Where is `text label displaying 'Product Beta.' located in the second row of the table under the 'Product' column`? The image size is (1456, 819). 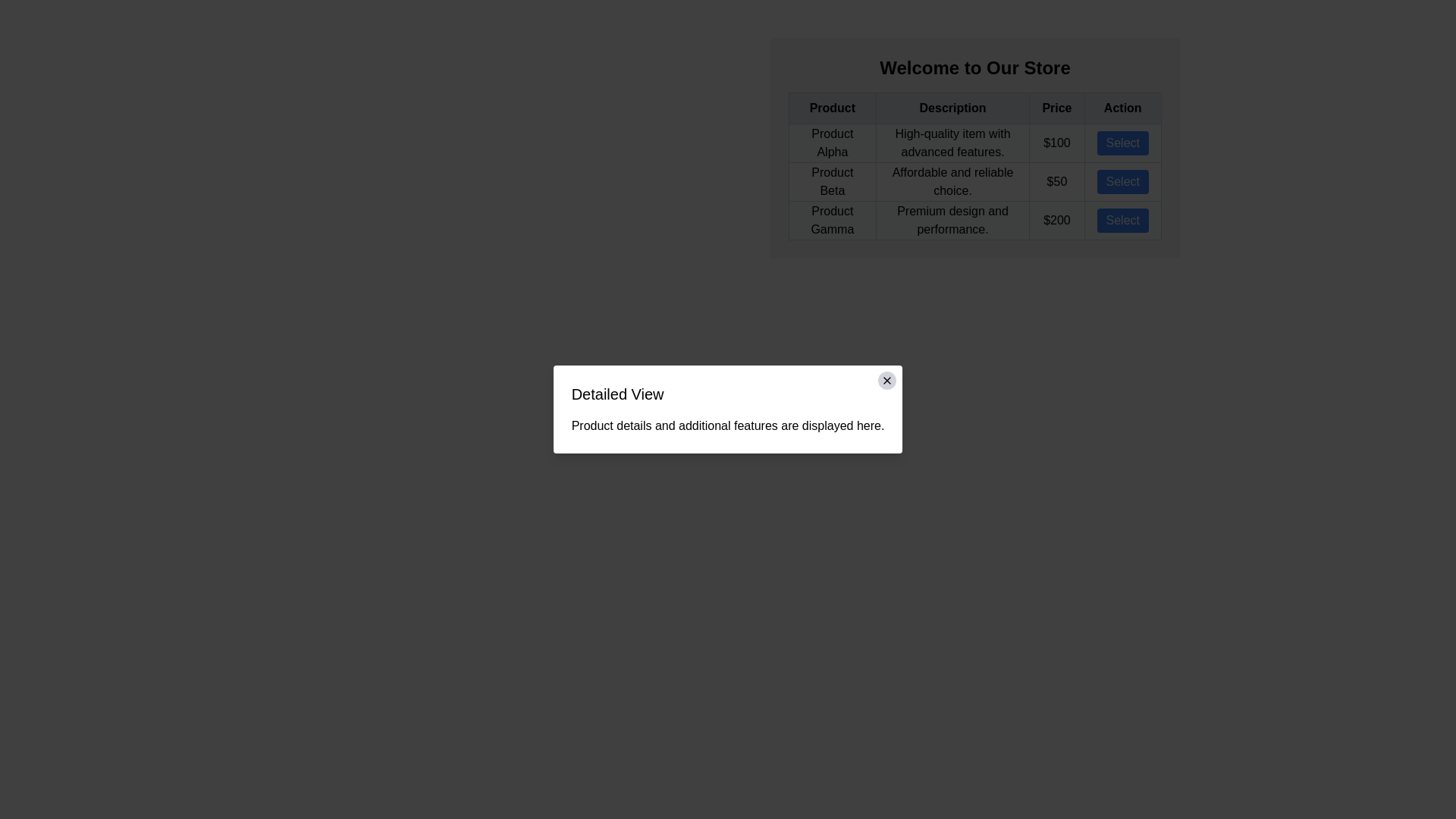
text label displaying 'Product Beta.' located in the second row of the table under the 'Product' column is located at coordinates (831, 180).